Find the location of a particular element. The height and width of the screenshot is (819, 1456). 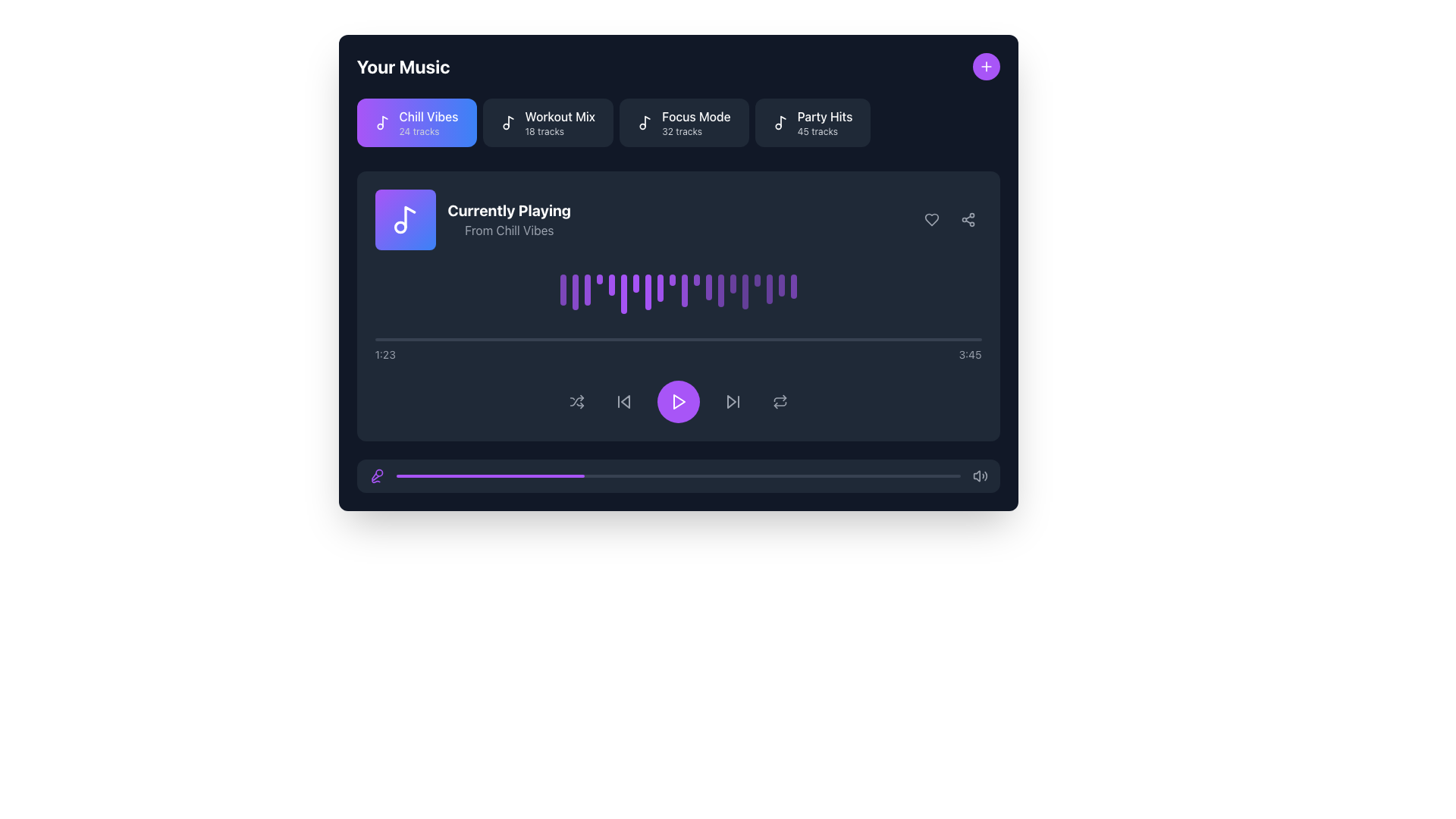

the 'Currently Playing' text label, which displays 'Currently Playing' in bold white font and 'From Chill Vibes' in smaller gray font, to interact with possible surrounding elements is located at coordinates (509, 219).